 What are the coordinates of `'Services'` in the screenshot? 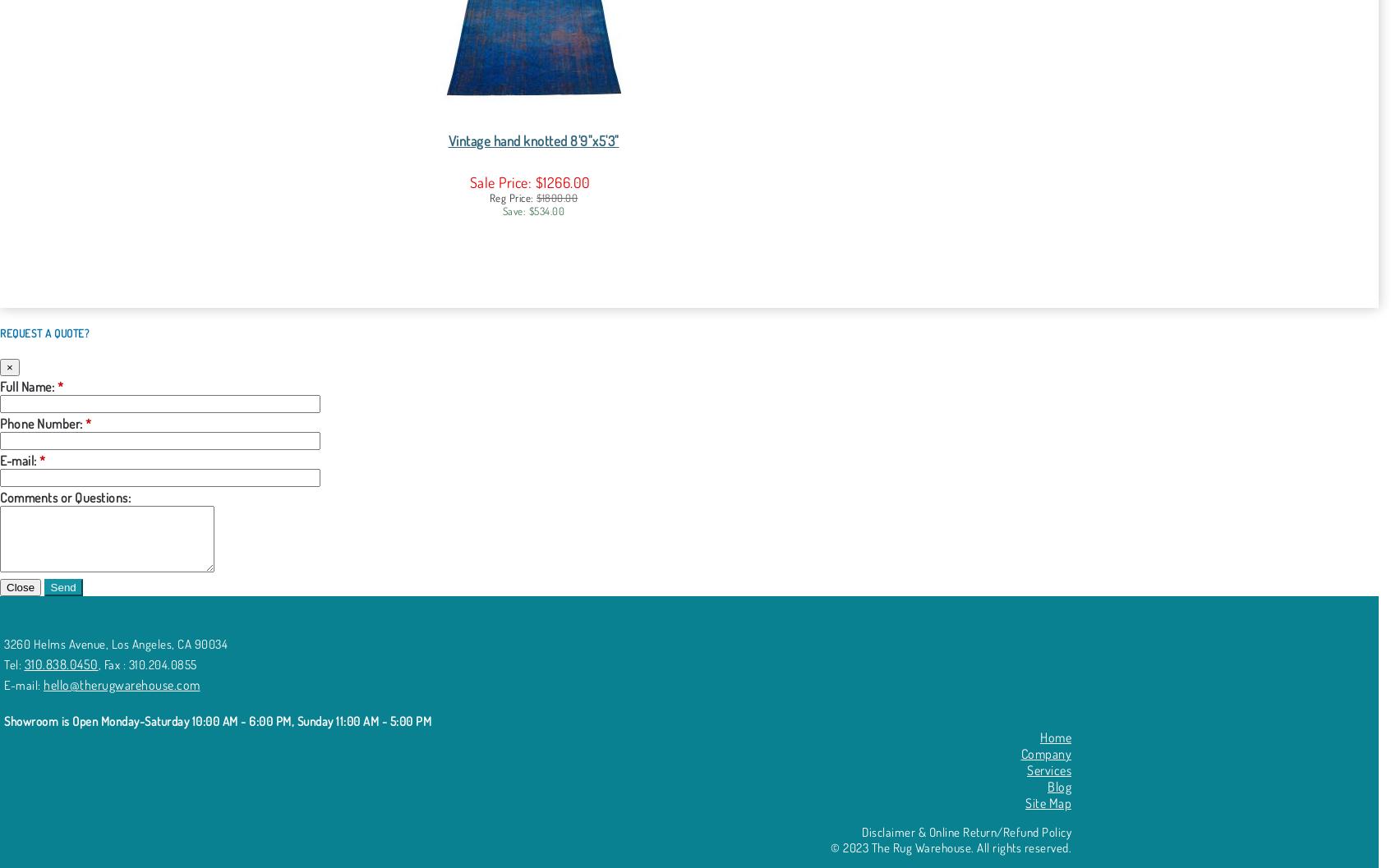 It's located at (1049, 769).